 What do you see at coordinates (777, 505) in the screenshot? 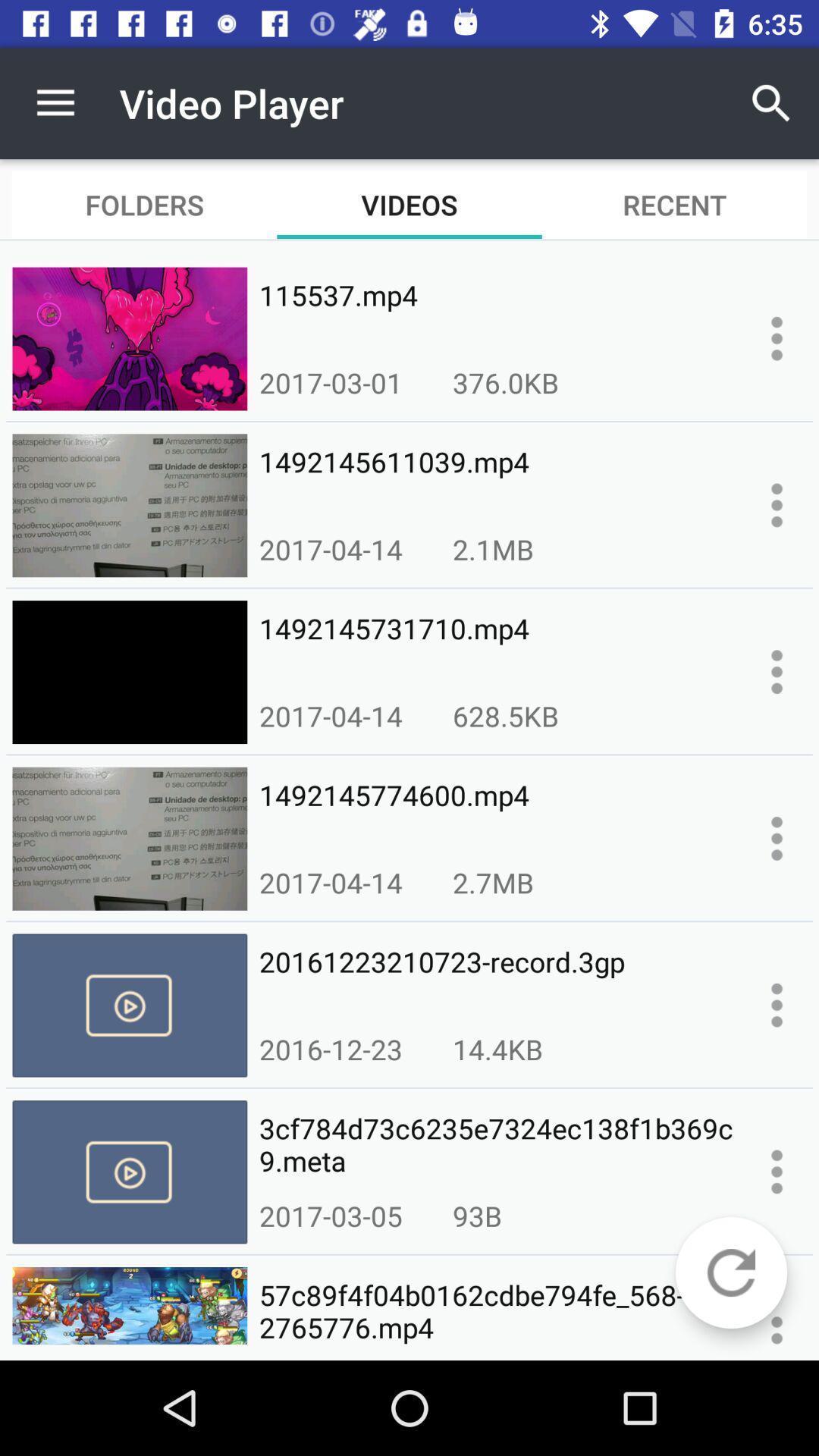
I see `show second thumbnail options` at bounding box center [777, 505].